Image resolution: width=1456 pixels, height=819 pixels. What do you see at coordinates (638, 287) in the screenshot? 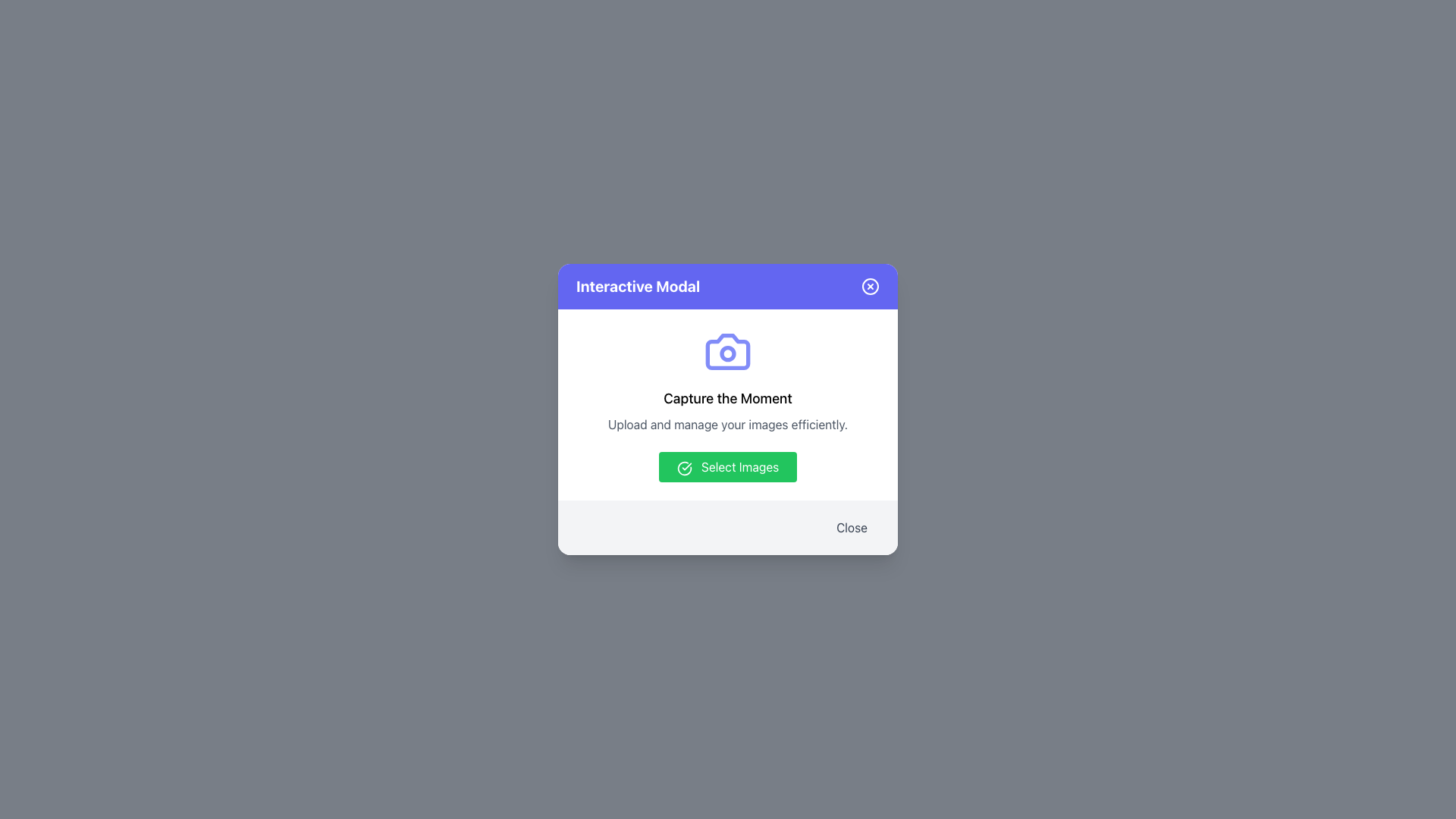
I see `the static text element that serves as the title of the modal window, which is centrally positioned in the header bar and aligned to the left of the 'x' close button` at bounding box center [638, 287].